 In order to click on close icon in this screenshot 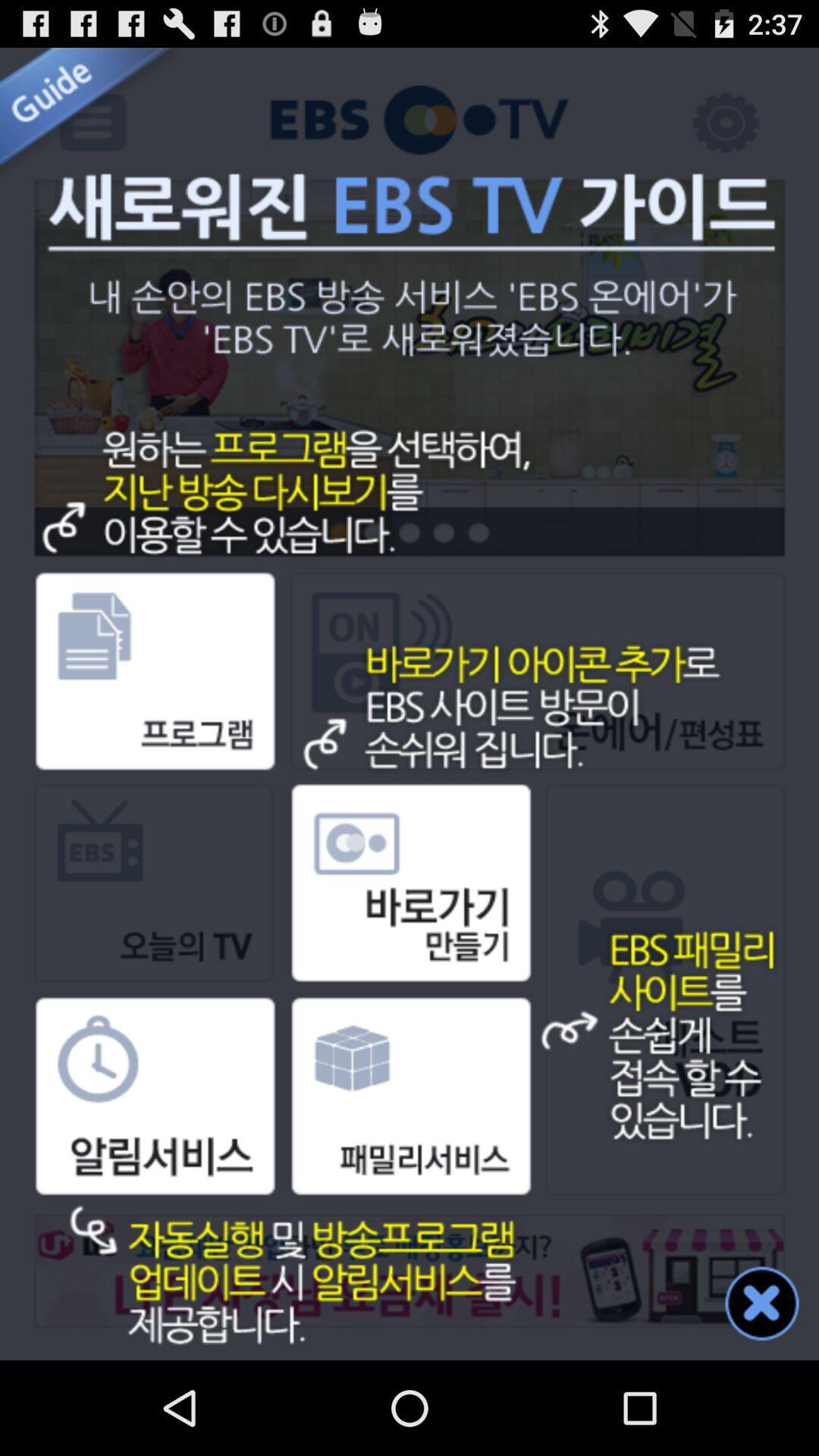, I will do `click(762, 1302)`.